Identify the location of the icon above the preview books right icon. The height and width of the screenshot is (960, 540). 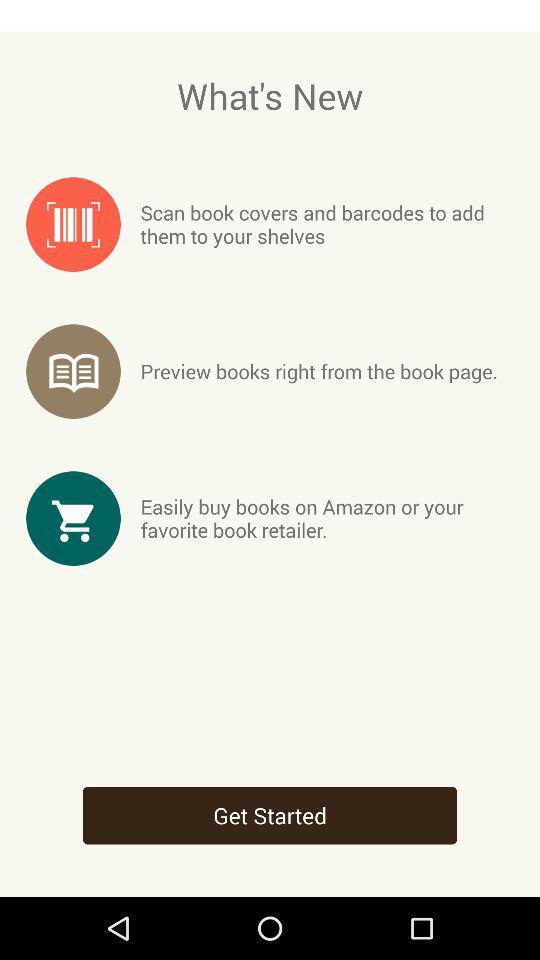
(327, 224).